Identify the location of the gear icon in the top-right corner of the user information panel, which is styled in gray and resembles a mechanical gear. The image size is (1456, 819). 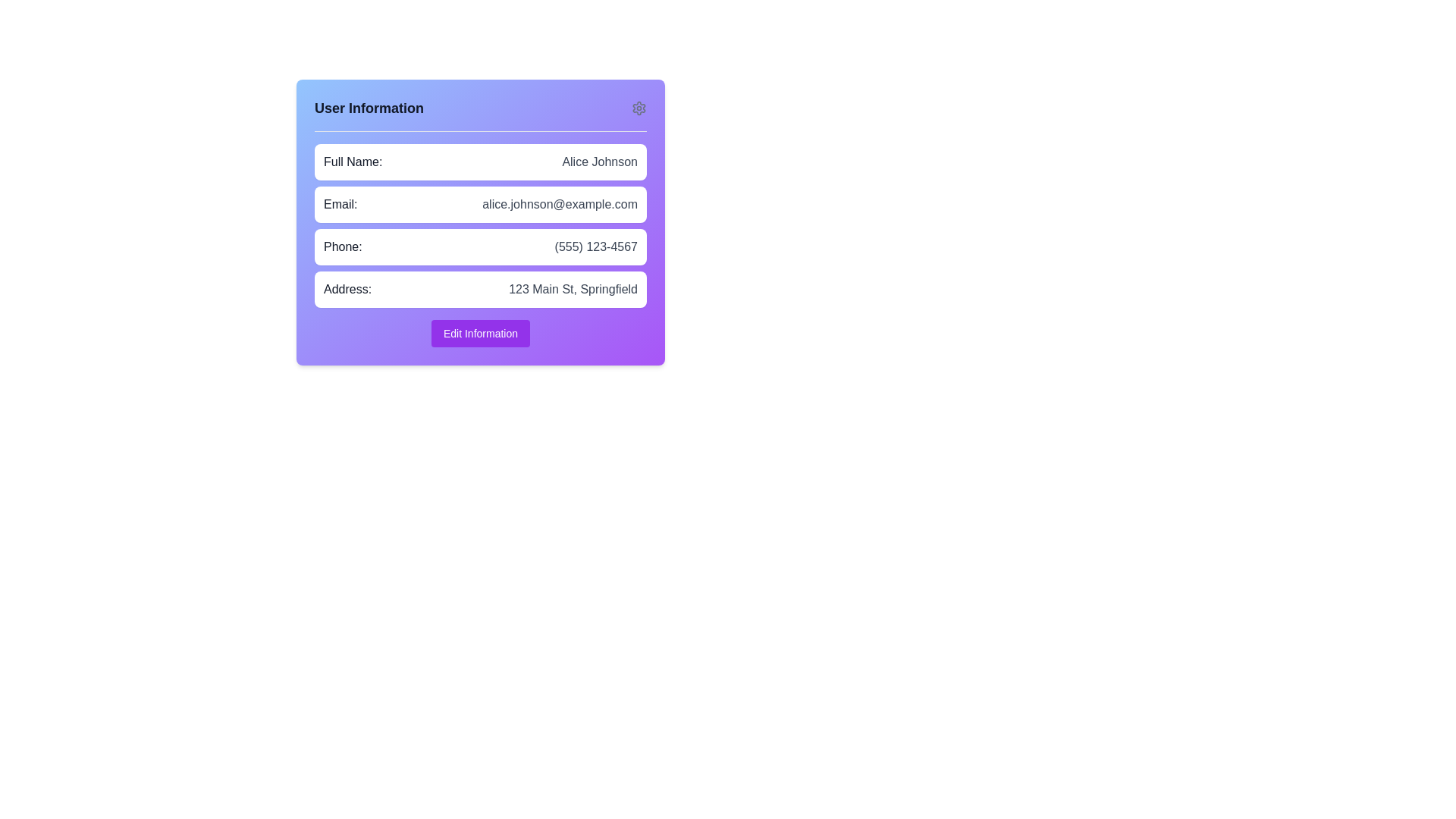
(639, 107).